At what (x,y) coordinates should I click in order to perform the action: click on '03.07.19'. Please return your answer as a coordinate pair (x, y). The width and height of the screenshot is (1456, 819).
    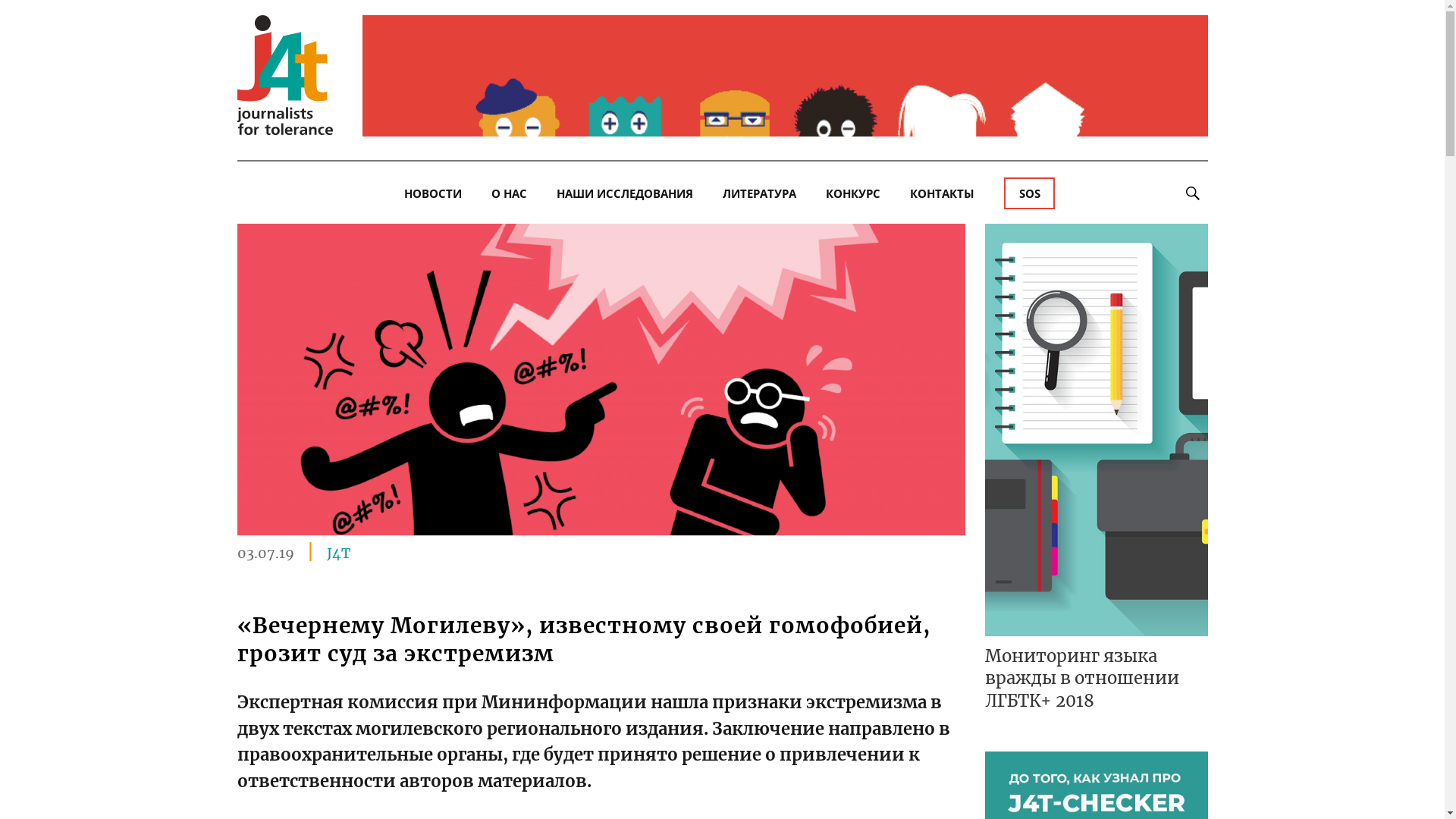
    Looking at the image, I should click on (265, 551).